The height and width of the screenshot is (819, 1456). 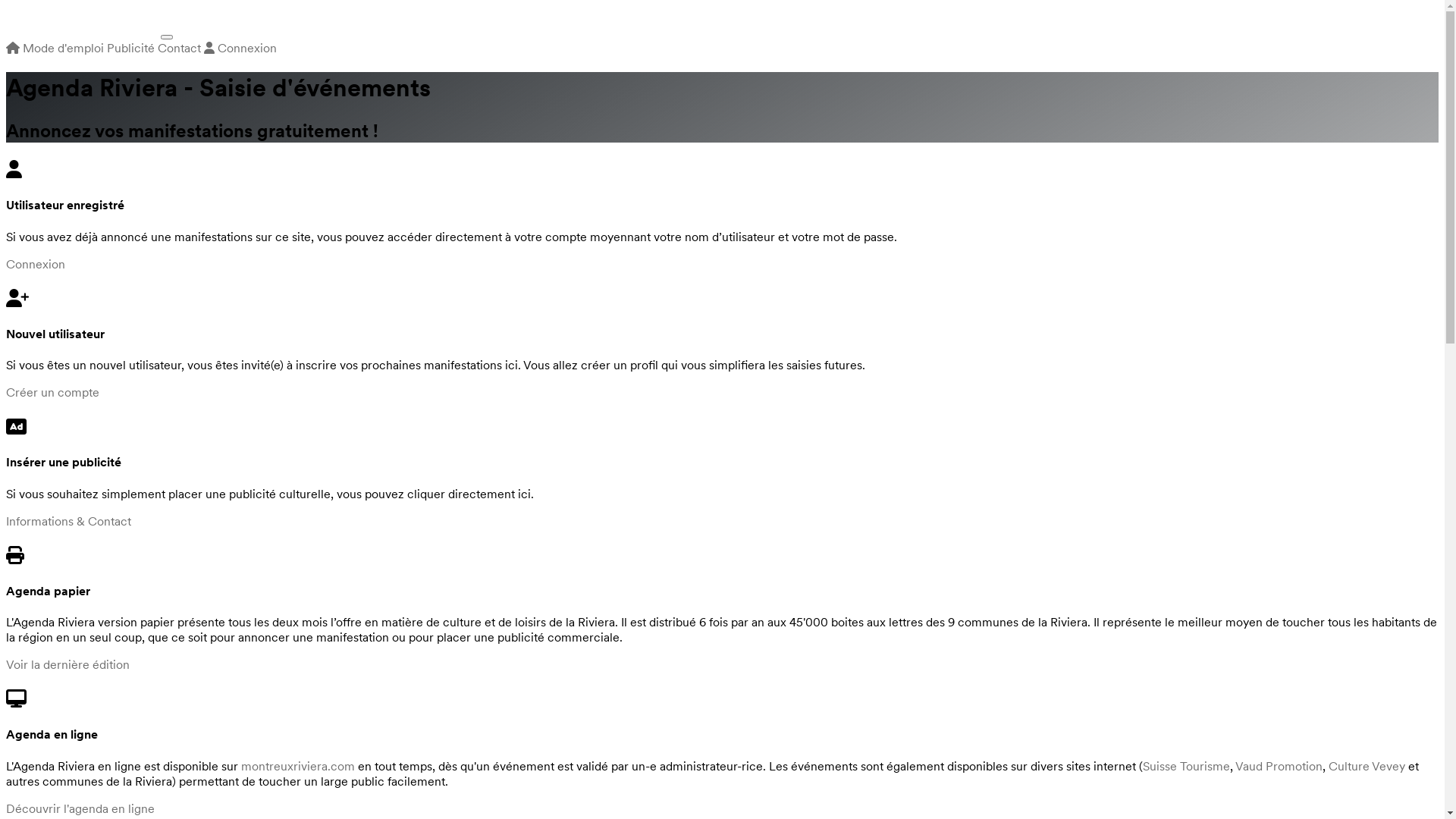 What do you see at coordinates (36, 262) in the screenshot?
I see `'Connexion'` at bounding box center [36, 262].